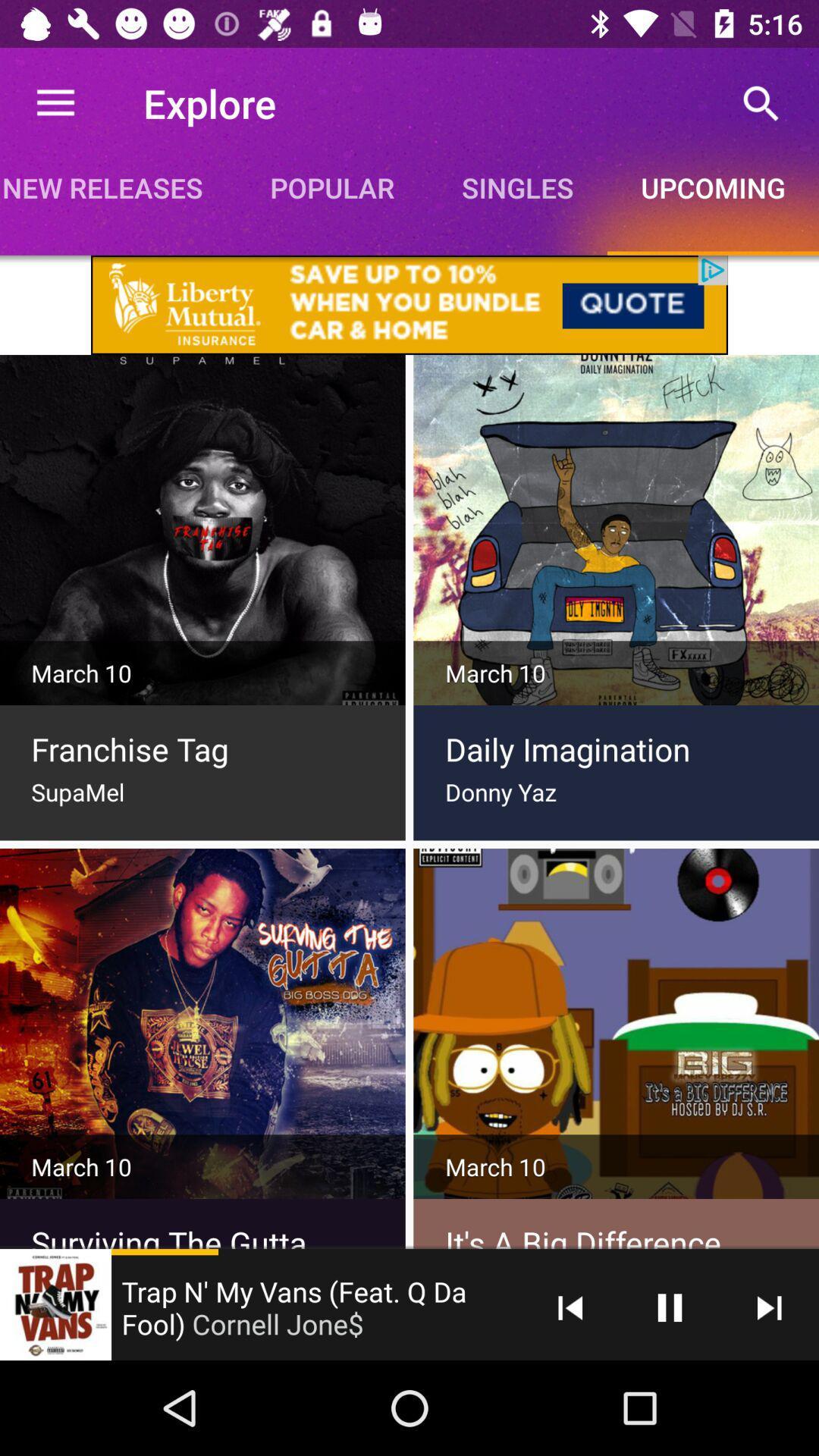  Describe the element at coordinates (117, 187) in the screenshot. I see `the item to the left of popular` at that location.